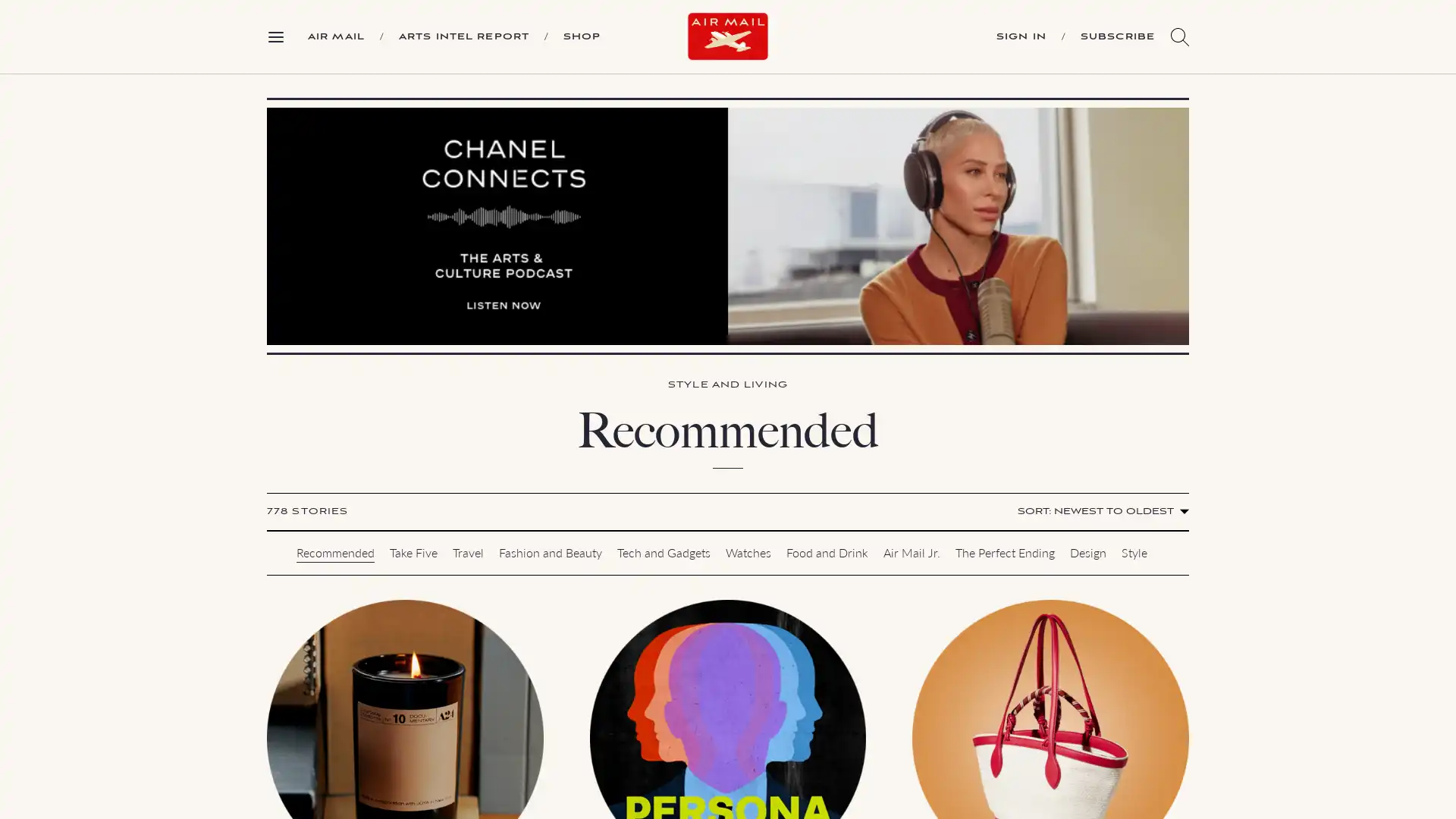  Describe the element at coordinates (1100, 512) in the screenshot. I see `SORT: NEWEST TO OLDEST` at that location.